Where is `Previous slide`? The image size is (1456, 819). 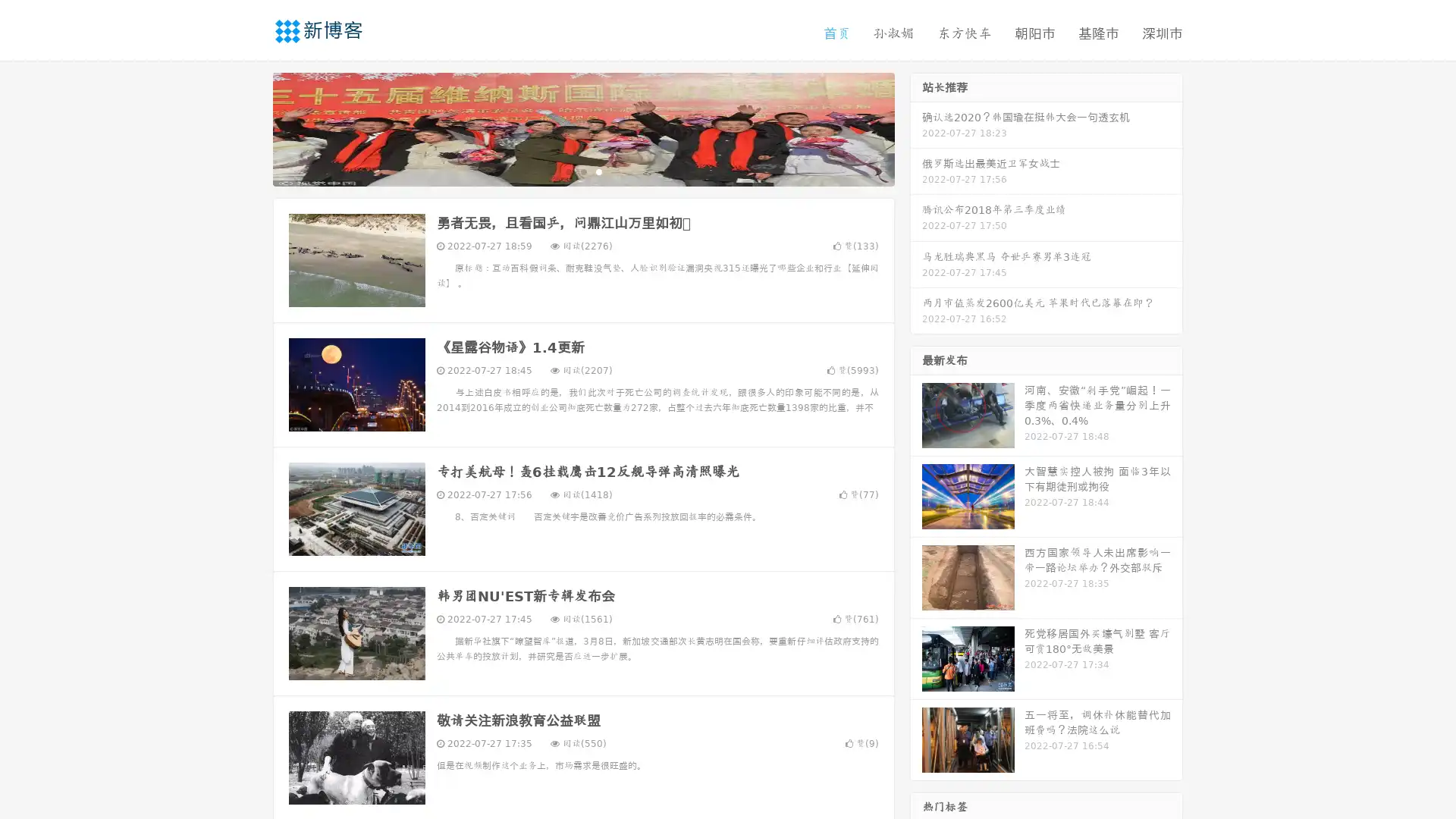 Previous slide is located at coordinates (250, 127).